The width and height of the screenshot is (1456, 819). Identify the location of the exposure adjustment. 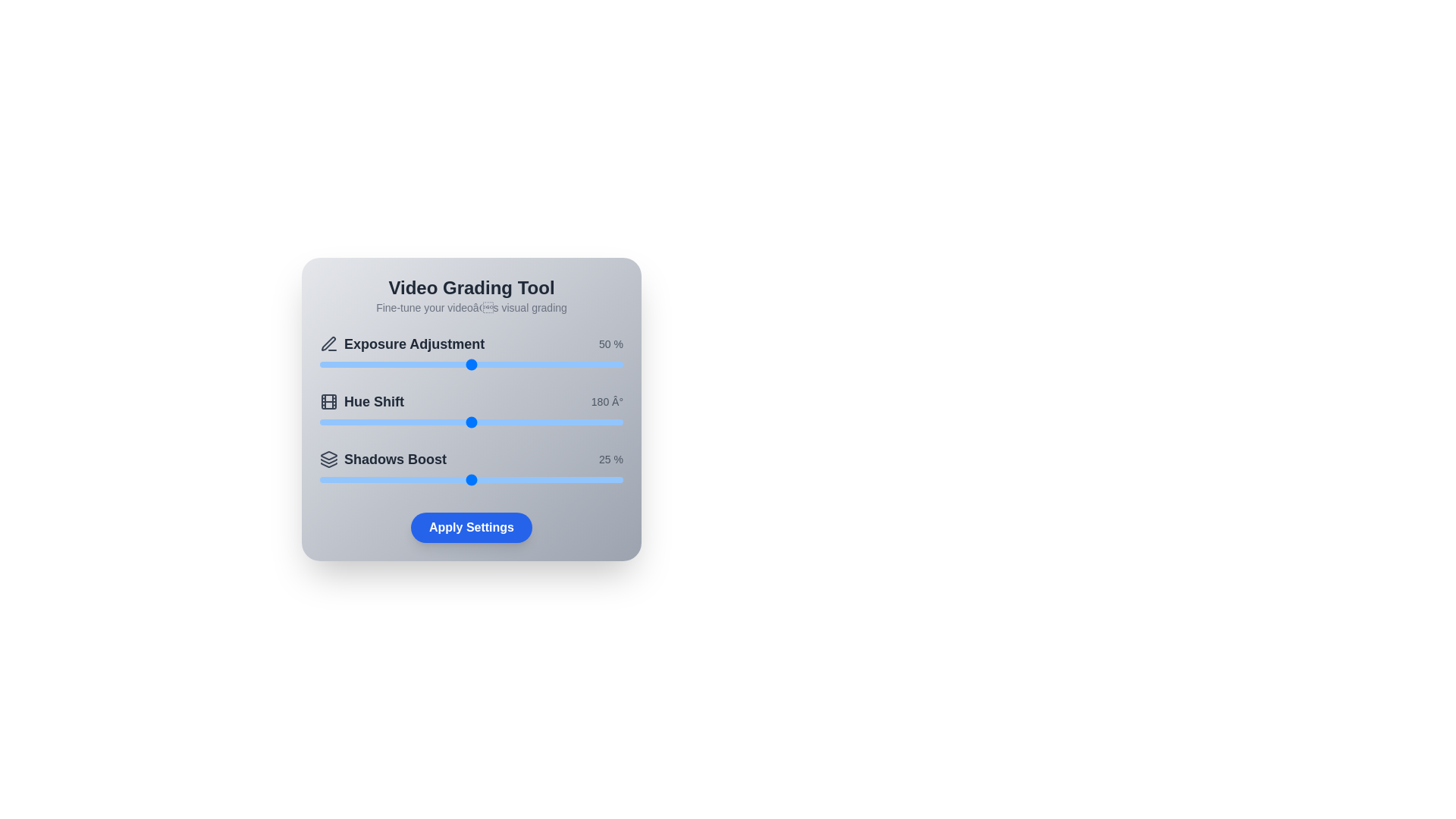
(510, 365).